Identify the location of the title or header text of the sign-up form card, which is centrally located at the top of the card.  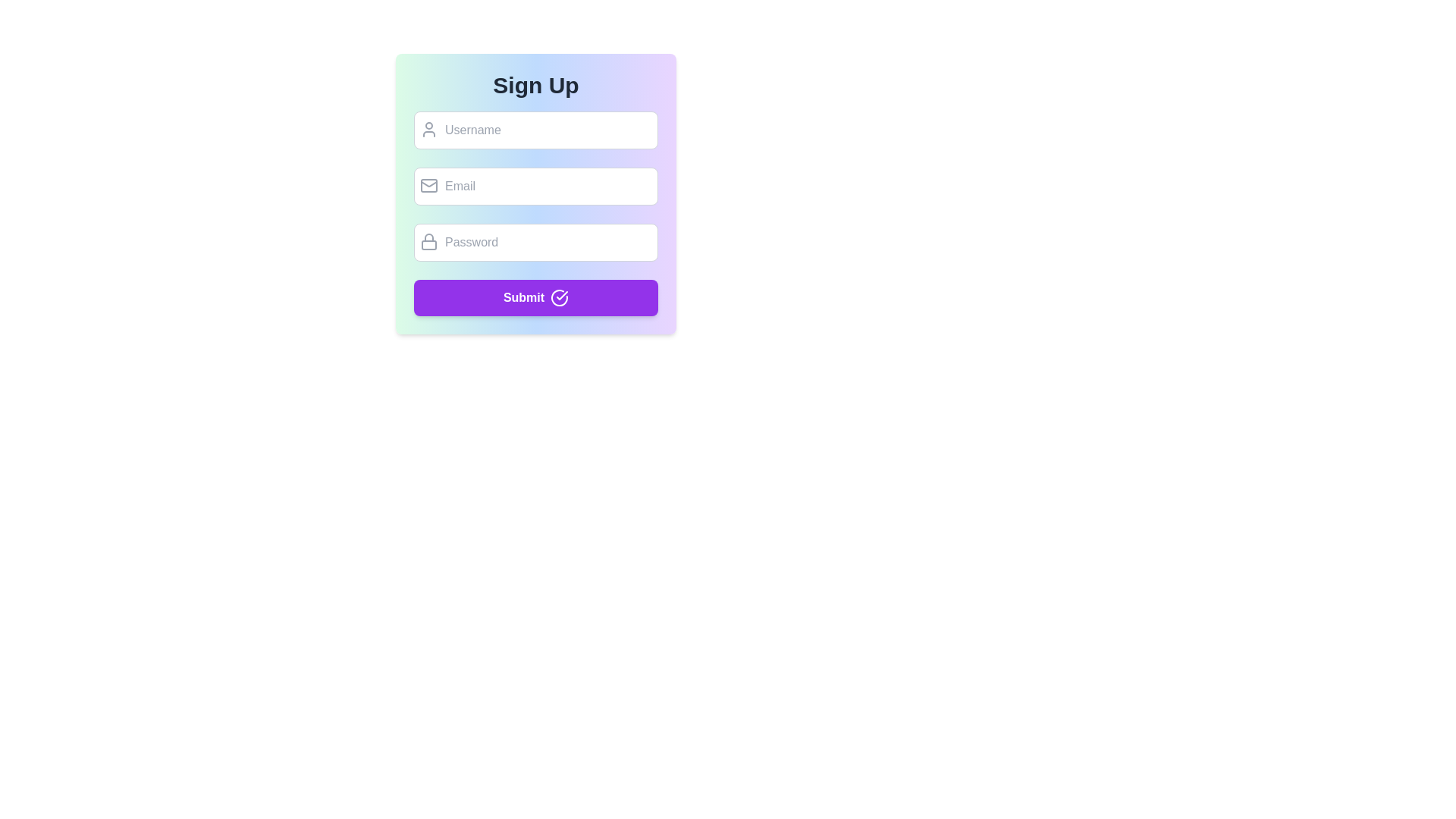
(535, 85).